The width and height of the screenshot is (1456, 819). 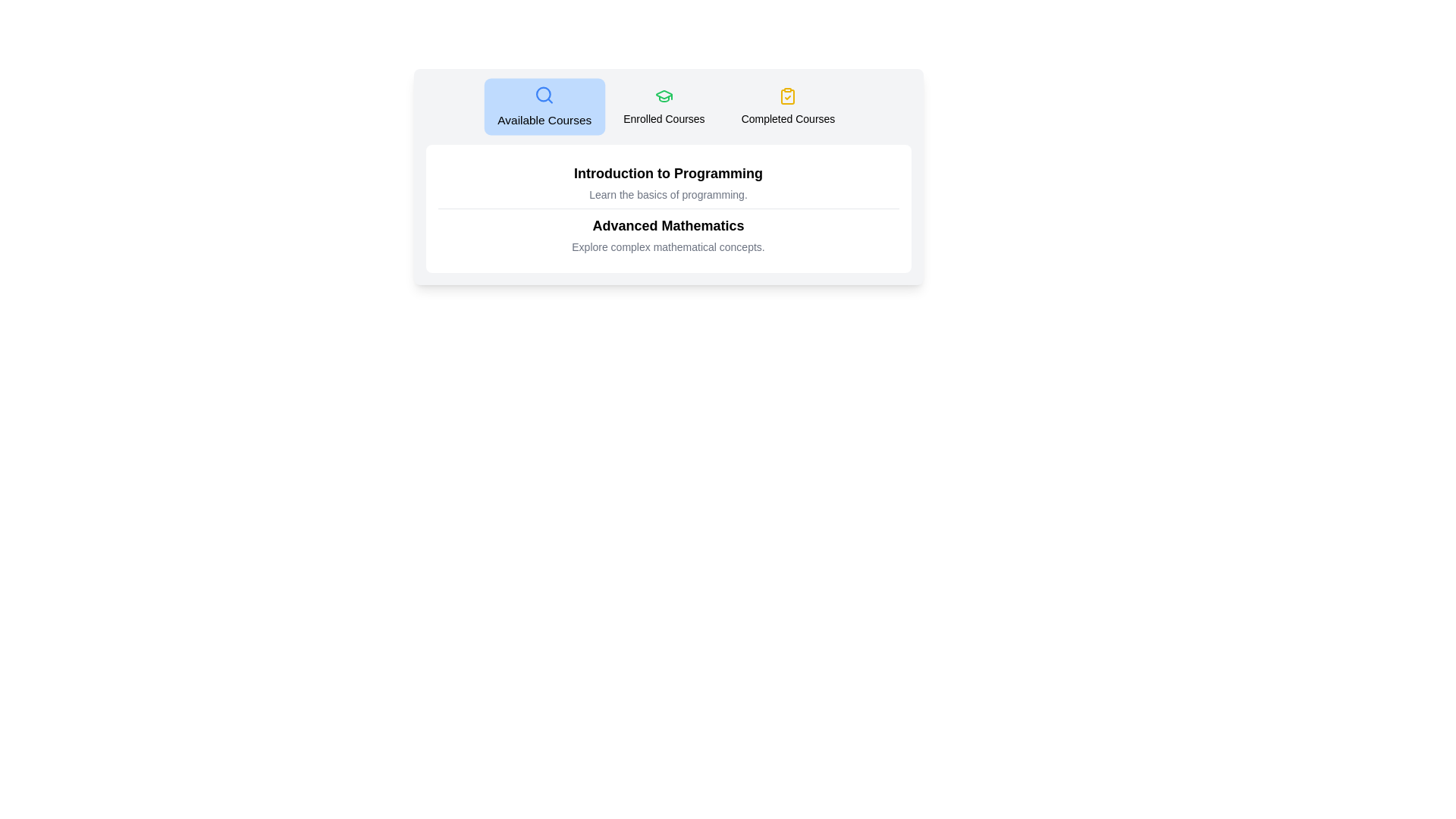 What do you see at coordinates (664, 106) in the screenshot?
I see `the tab labeled Enrolled Courses to preview its effect` at bounding box center [664, 106].